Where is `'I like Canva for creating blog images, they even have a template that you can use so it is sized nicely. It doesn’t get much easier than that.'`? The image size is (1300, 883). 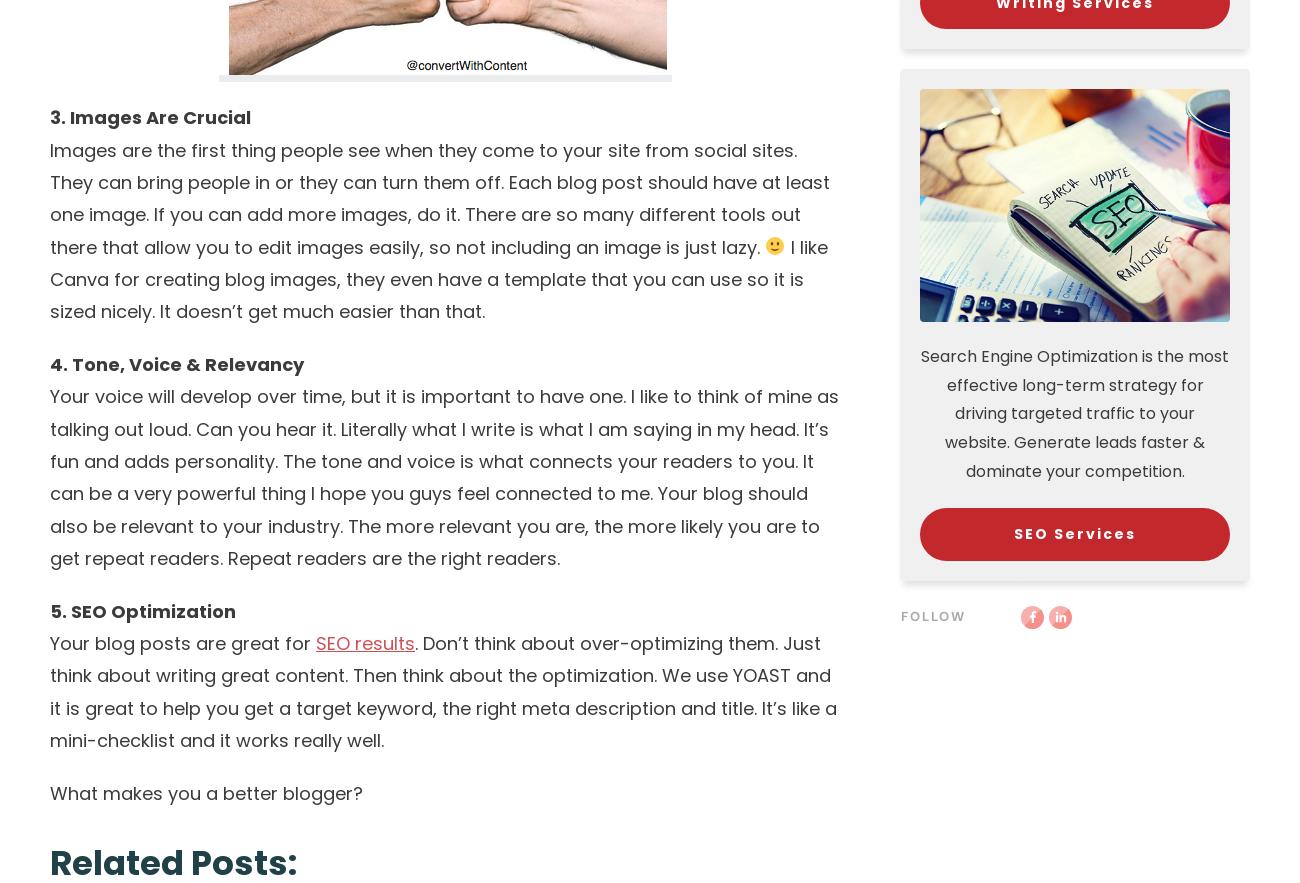 'I like Canva for creating blog images, they even have a template that you can use so it is sized nicely. It doesn’t get much easier than that.' is located at coordinates (437, 279).